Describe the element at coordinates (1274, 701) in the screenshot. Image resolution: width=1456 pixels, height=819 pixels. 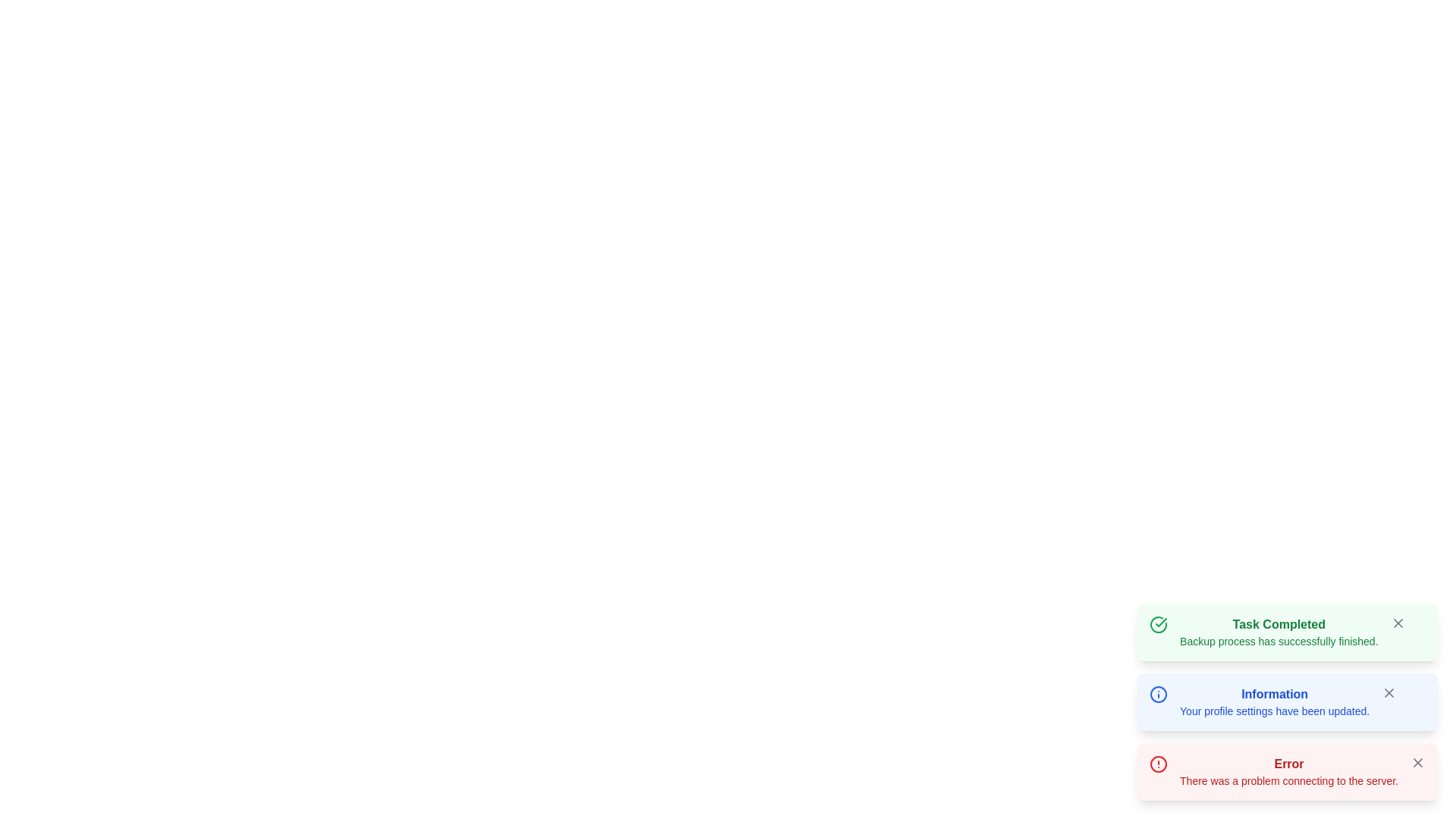
I see `text component displaying 'Information' in bold blue font, followed by 'Your profile settings have been updated.' on a light blue background` at that location.